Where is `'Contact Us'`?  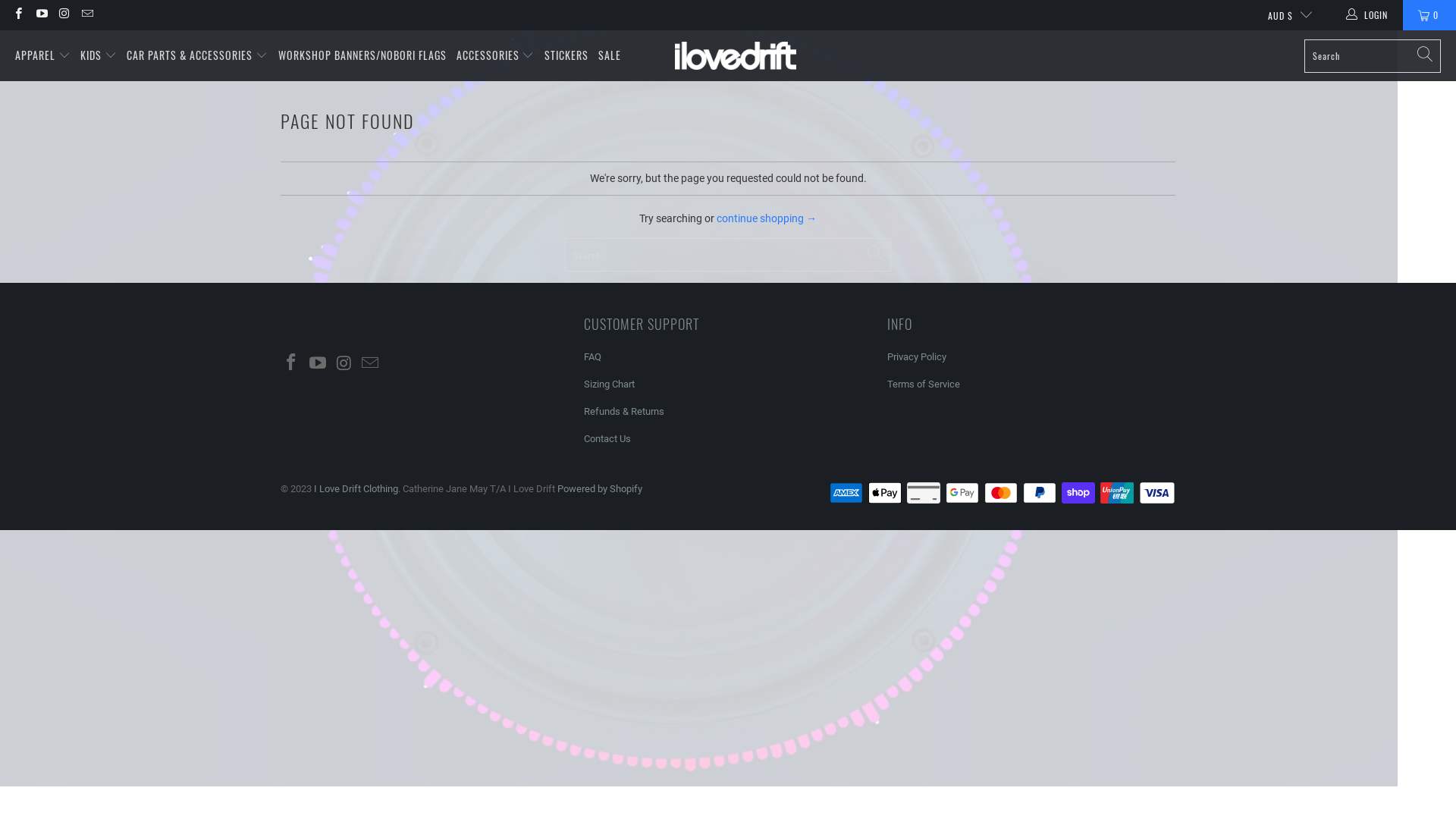
'Contact Us' is located at coordinates (607, 438).